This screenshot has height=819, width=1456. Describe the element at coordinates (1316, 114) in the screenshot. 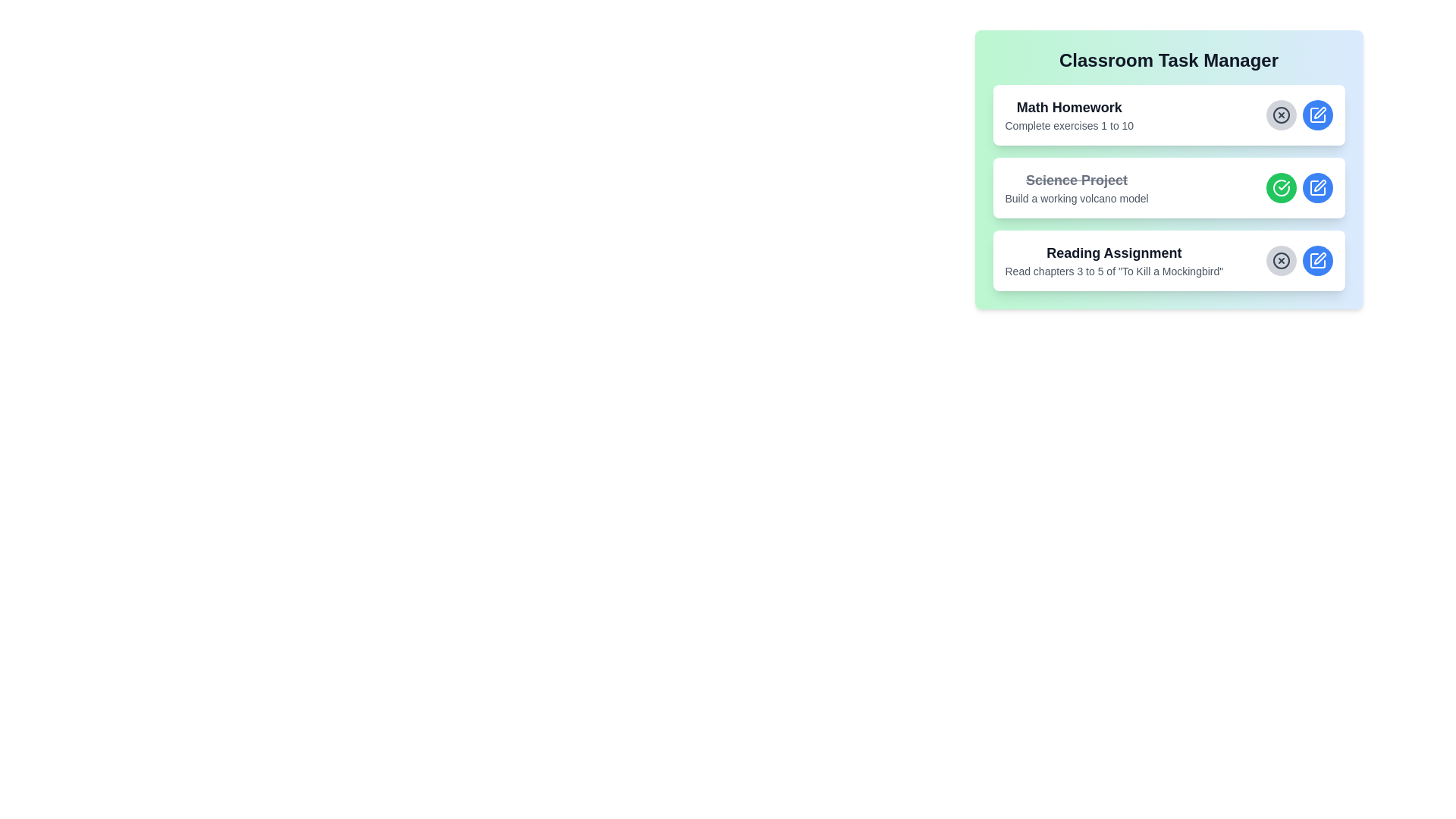

I see `edit button for the task with the title Math Homework` at that location.